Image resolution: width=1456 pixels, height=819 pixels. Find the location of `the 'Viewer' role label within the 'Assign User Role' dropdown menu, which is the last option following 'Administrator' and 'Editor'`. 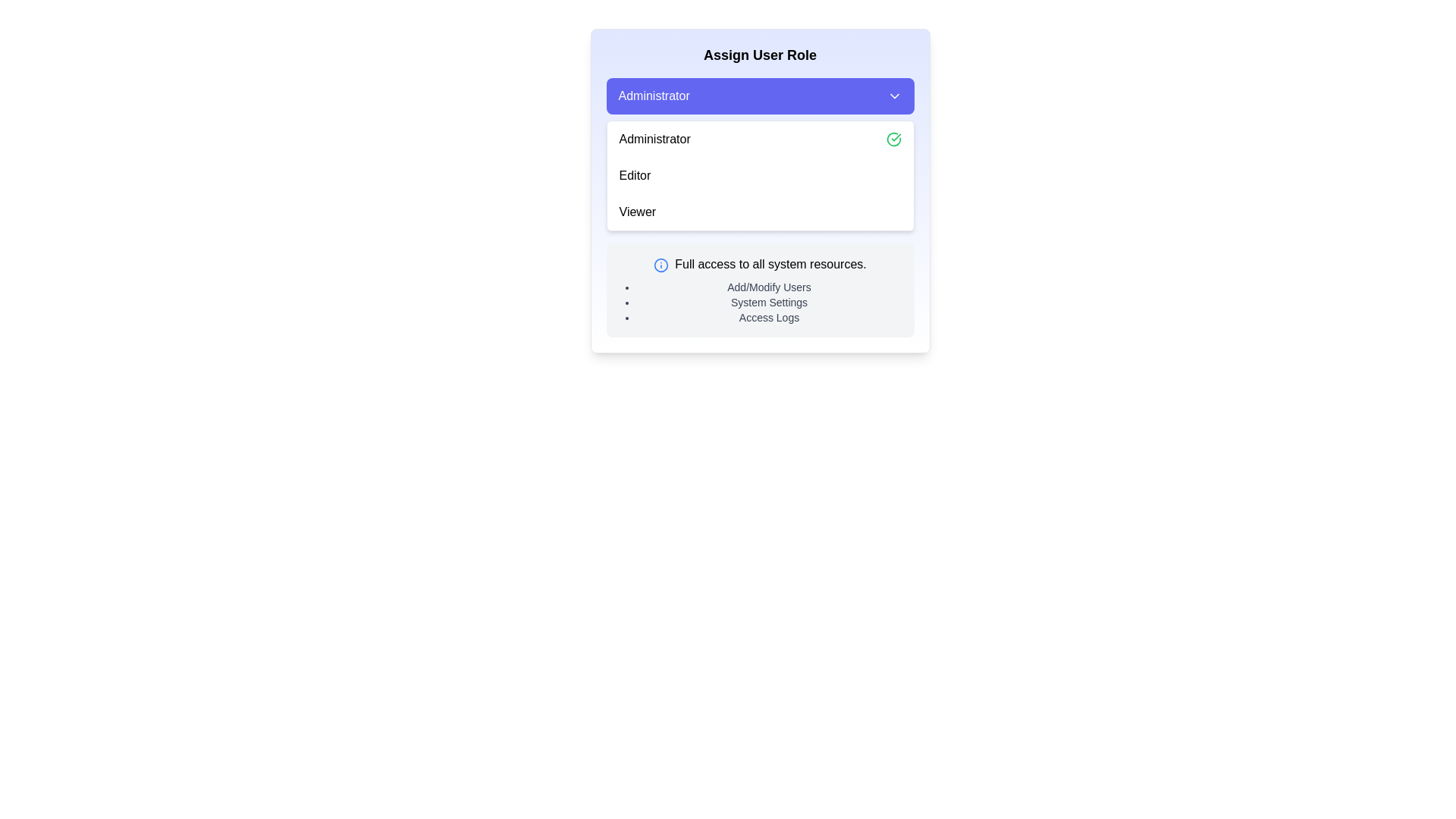

the 'Viewer' role label within the 'Assign User Role' dropdown menu, which is the last option following 'Administrator' and 'Editor' is located at coordinates (637, 212).